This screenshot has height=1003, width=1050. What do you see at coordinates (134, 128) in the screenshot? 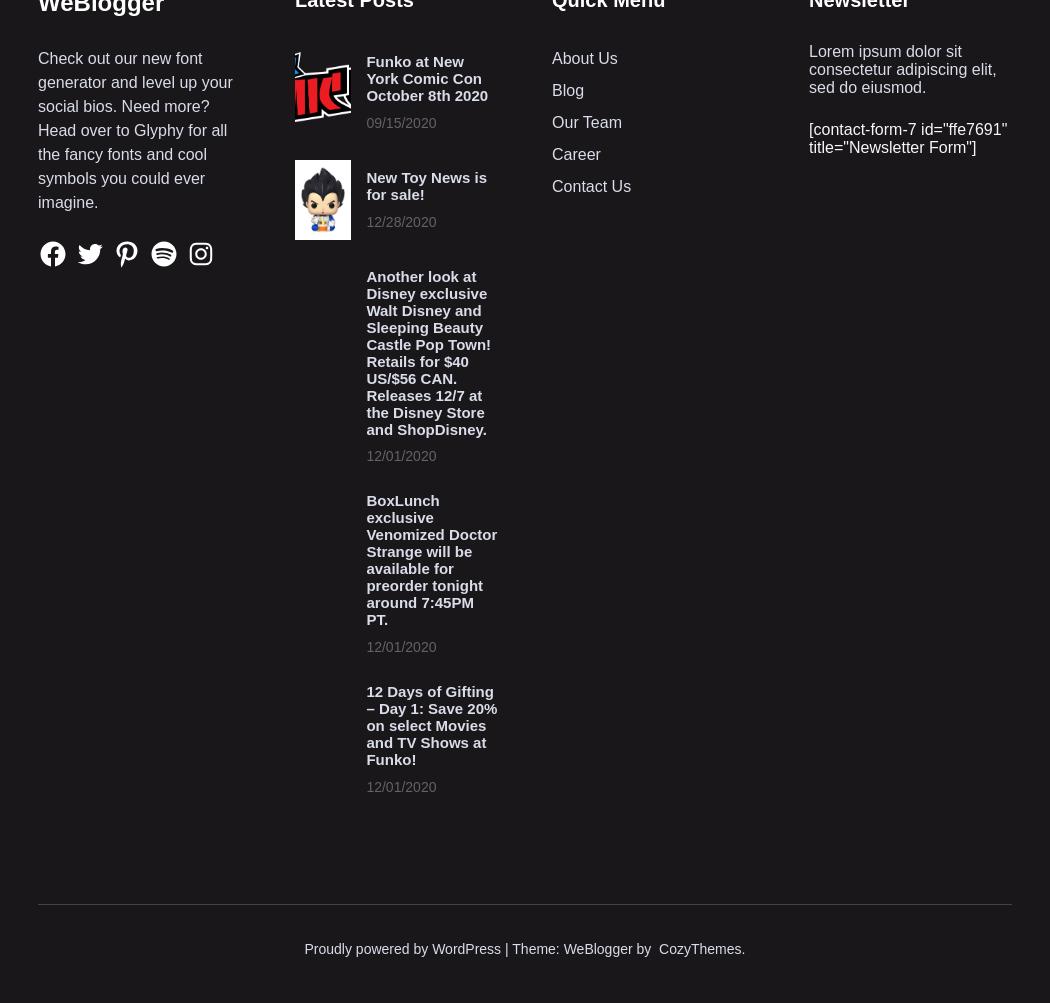
I see `'Check out our new font generator and level up your social bios. Need more? Head over to Glyphy for all the fancy fonts and cool symbols you could ever imagine.'` at bounding box center [134, 128].